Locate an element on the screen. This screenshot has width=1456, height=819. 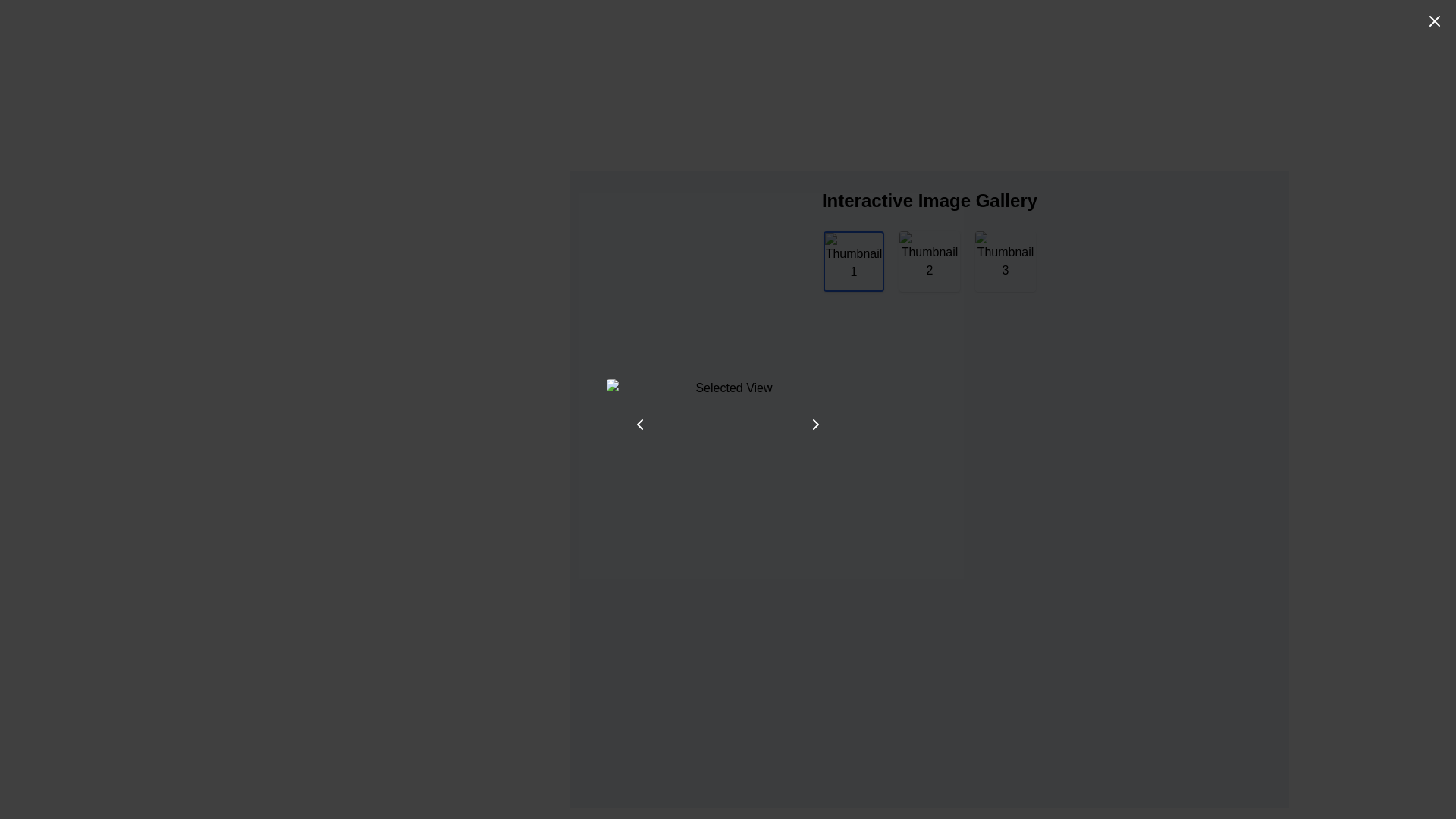
the interactive Thumbnail image labeled 'Thumbnail 3' to trigger the visual scale effect is located at coordinates (1005, 260).